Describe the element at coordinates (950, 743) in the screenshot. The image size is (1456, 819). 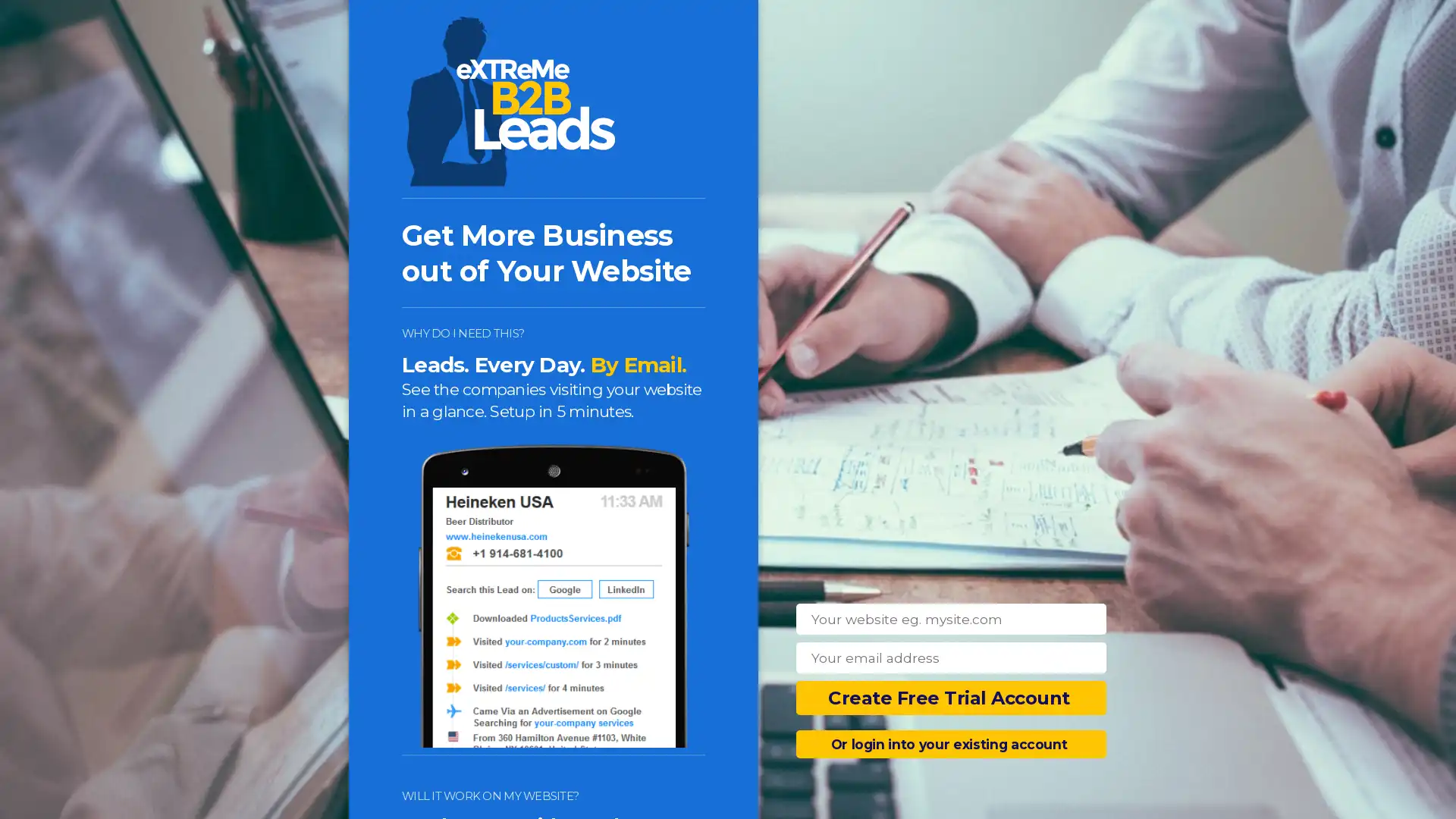
I see `Or login into your existing account` at that location.